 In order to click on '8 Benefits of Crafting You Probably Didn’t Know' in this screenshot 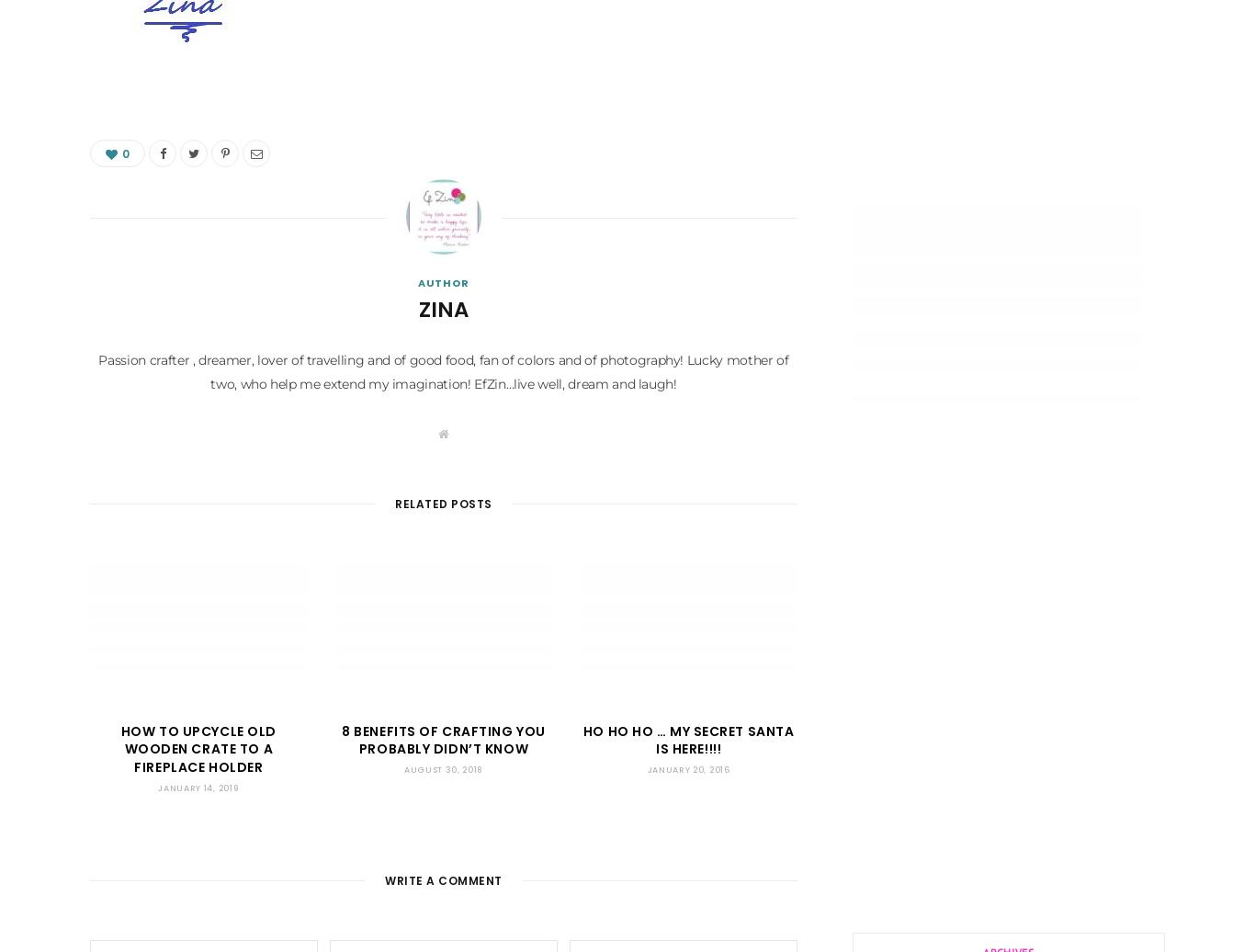, I will do `click(443, 739)`.